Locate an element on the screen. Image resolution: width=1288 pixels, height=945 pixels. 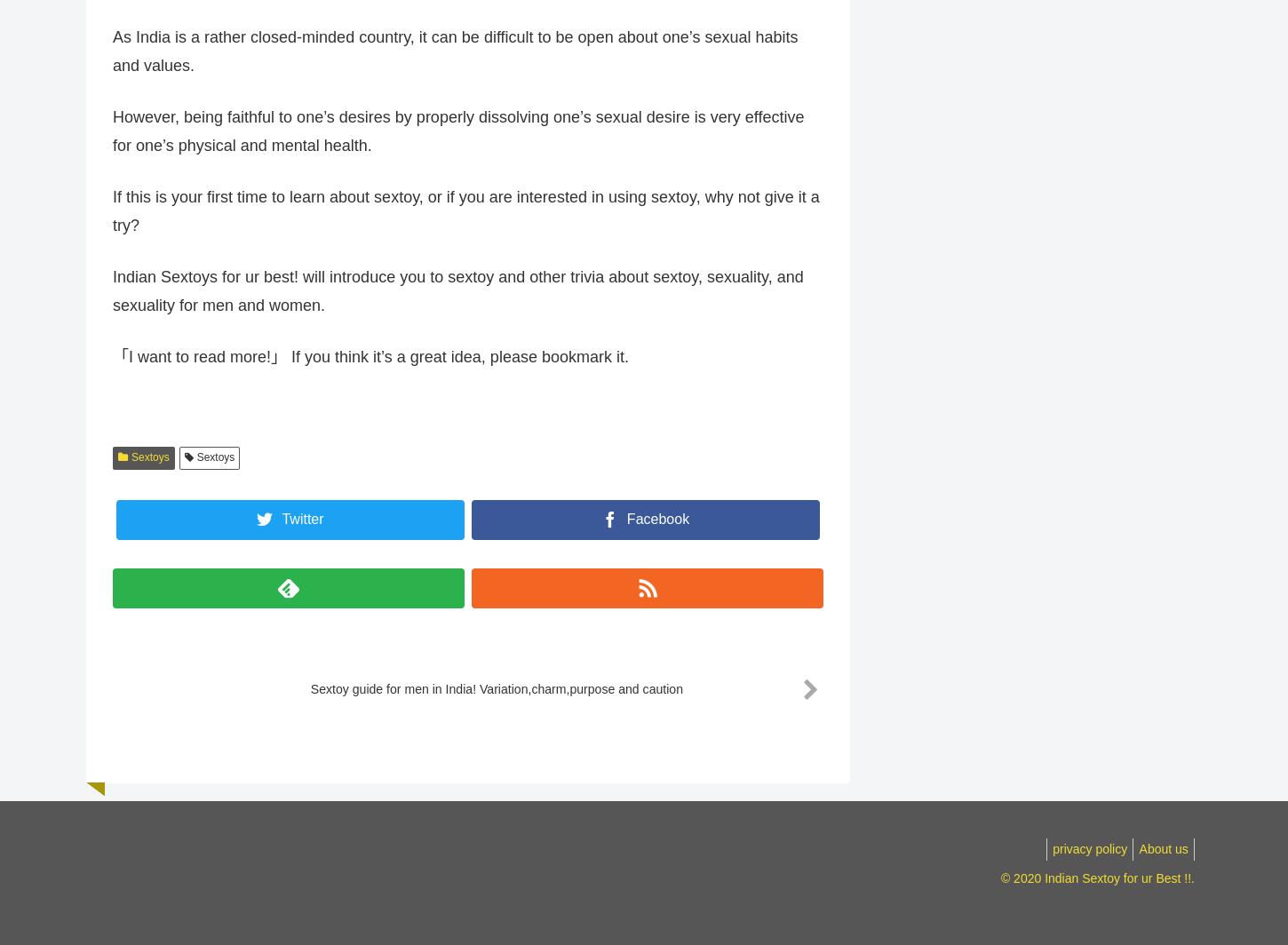
'However, being faithful to one’s desires by properly dissolving one’s sexual desire is very effective for one’s physical and mental health.' is located at coordinates (458, 140).